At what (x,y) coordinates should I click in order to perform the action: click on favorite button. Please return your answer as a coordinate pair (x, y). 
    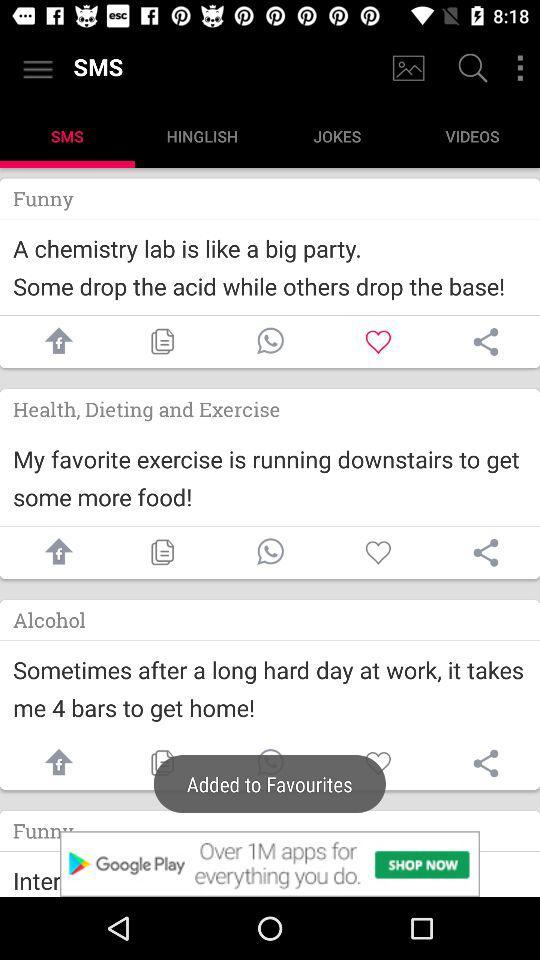
    Looking at the image, I should click on (378, 762).